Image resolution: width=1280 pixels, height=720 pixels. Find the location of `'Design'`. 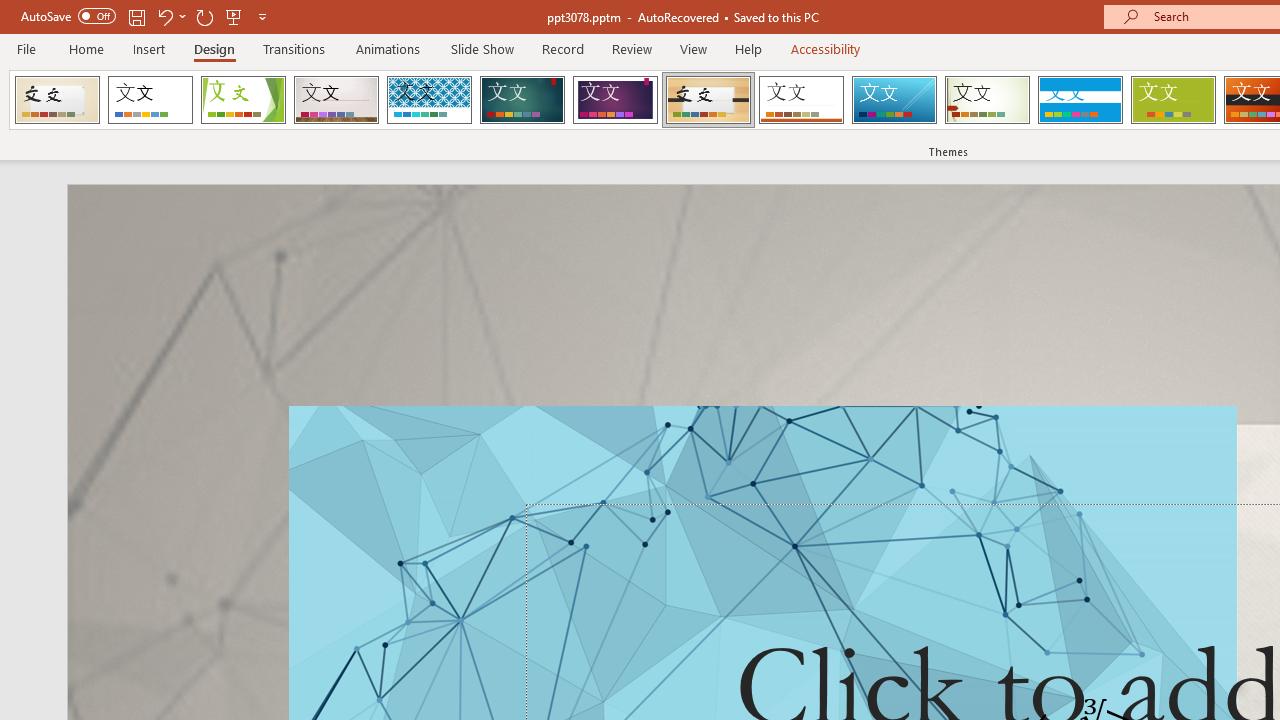

'Design' is located at coordinates (214, 48).